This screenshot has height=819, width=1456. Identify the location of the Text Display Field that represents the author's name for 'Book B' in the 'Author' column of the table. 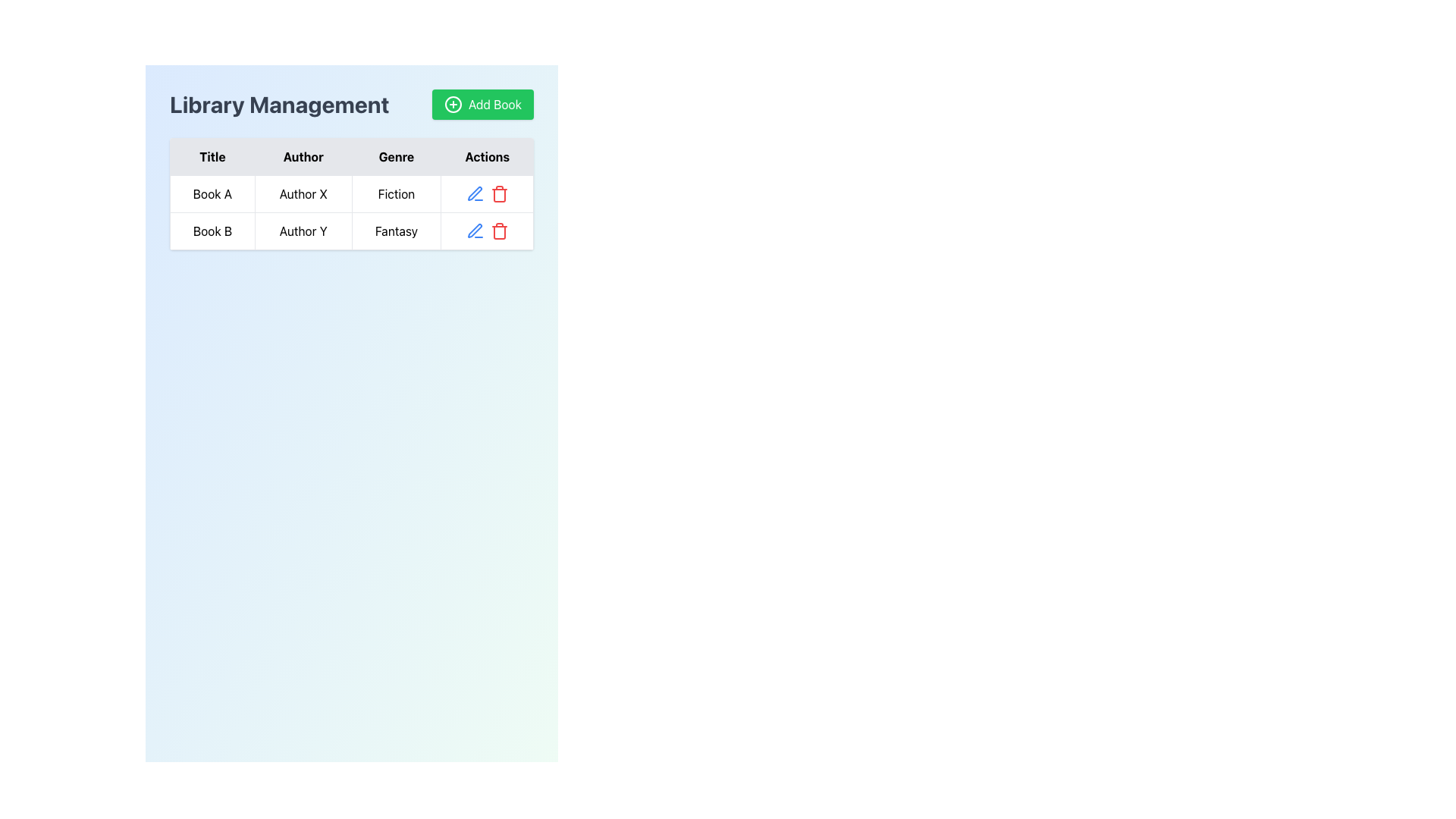
(303, 231).